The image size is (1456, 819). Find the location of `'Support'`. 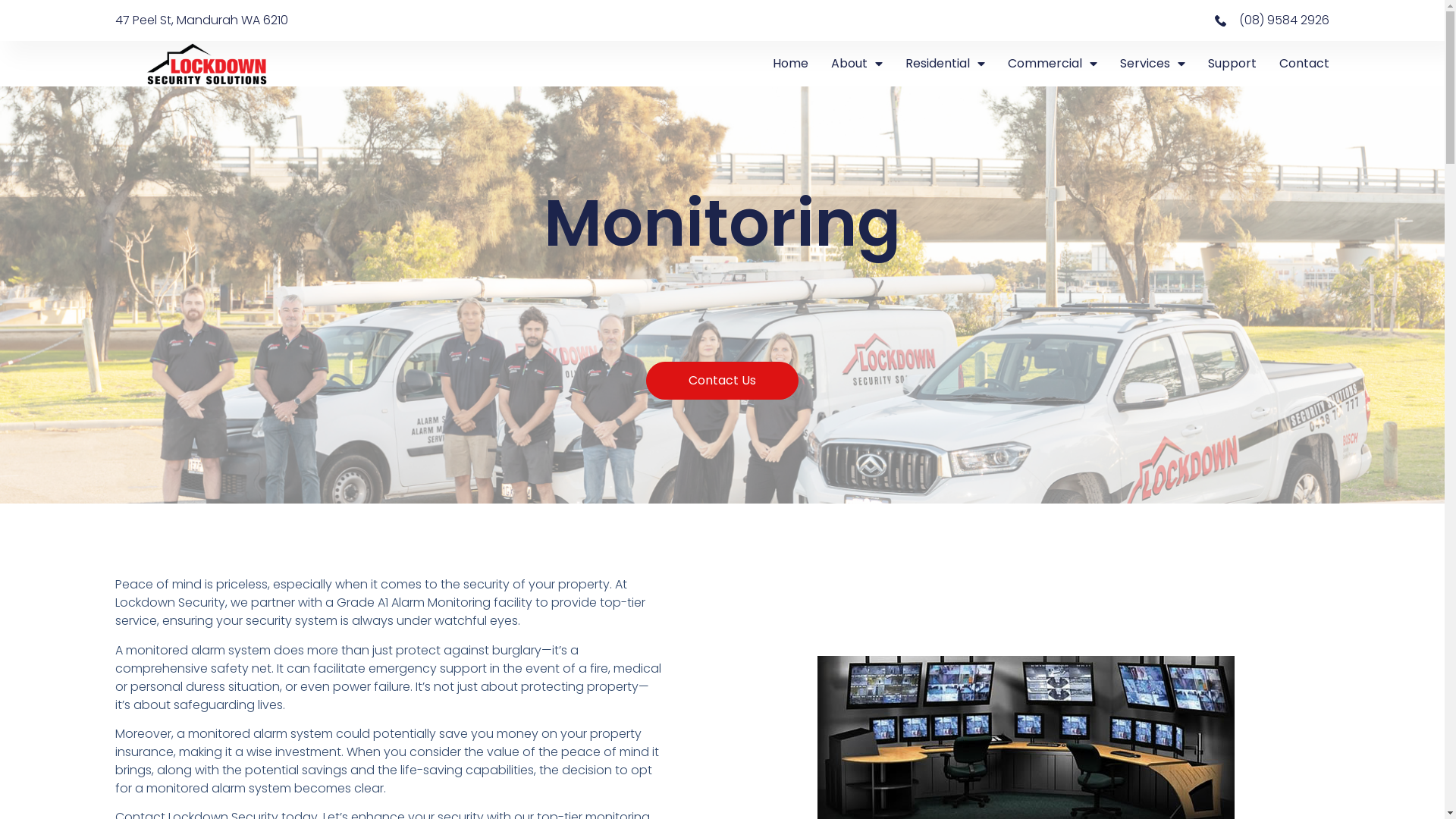

'Support' is located at coordinates (1232, 63).